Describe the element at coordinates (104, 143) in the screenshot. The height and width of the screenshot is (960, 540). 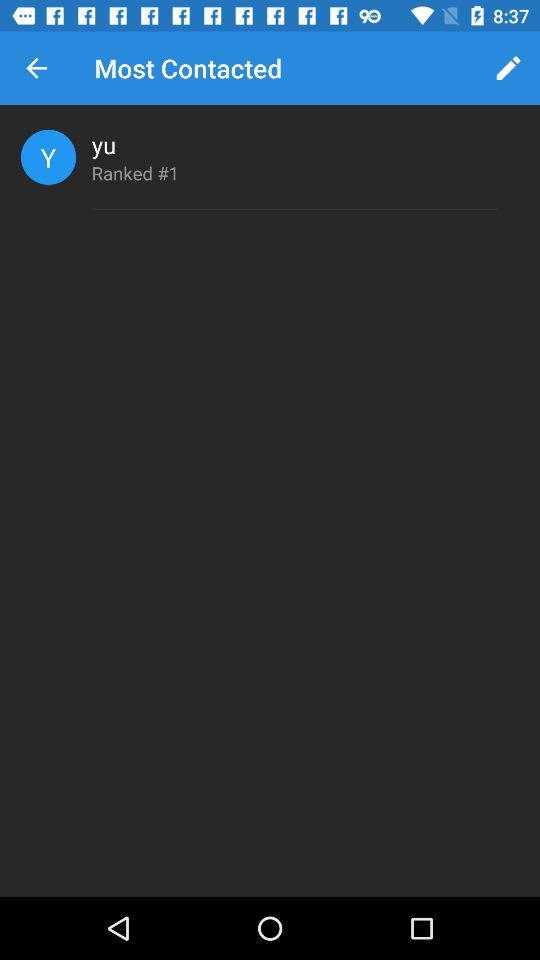
I see `item above ranked #1 item` at that location.